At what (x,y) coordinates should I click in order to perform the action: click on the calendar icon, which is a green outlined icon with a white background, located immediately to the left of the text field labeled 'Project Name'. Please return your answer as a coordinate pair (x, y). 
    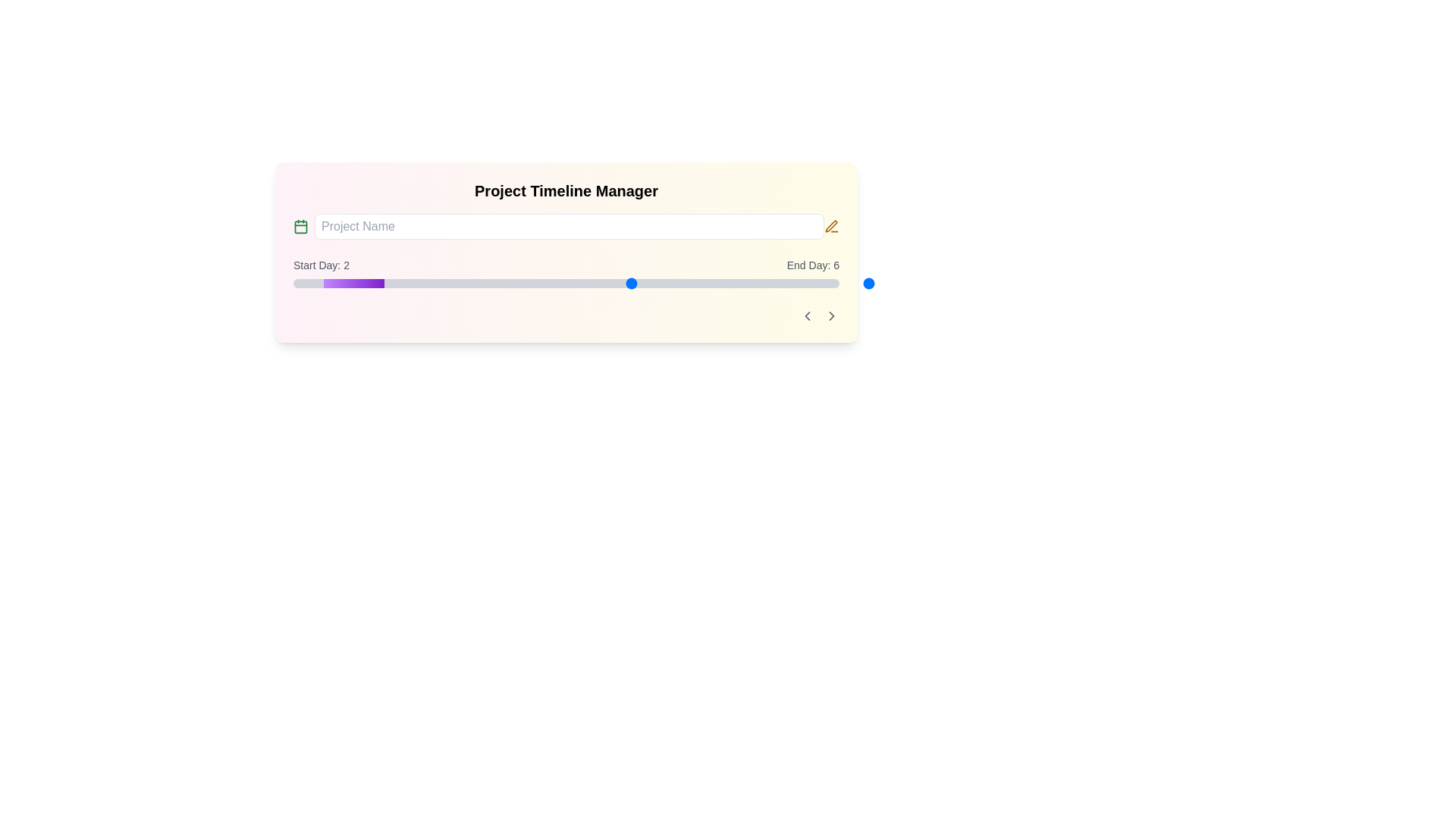
    Looking at the image, I should click on (301, 227).